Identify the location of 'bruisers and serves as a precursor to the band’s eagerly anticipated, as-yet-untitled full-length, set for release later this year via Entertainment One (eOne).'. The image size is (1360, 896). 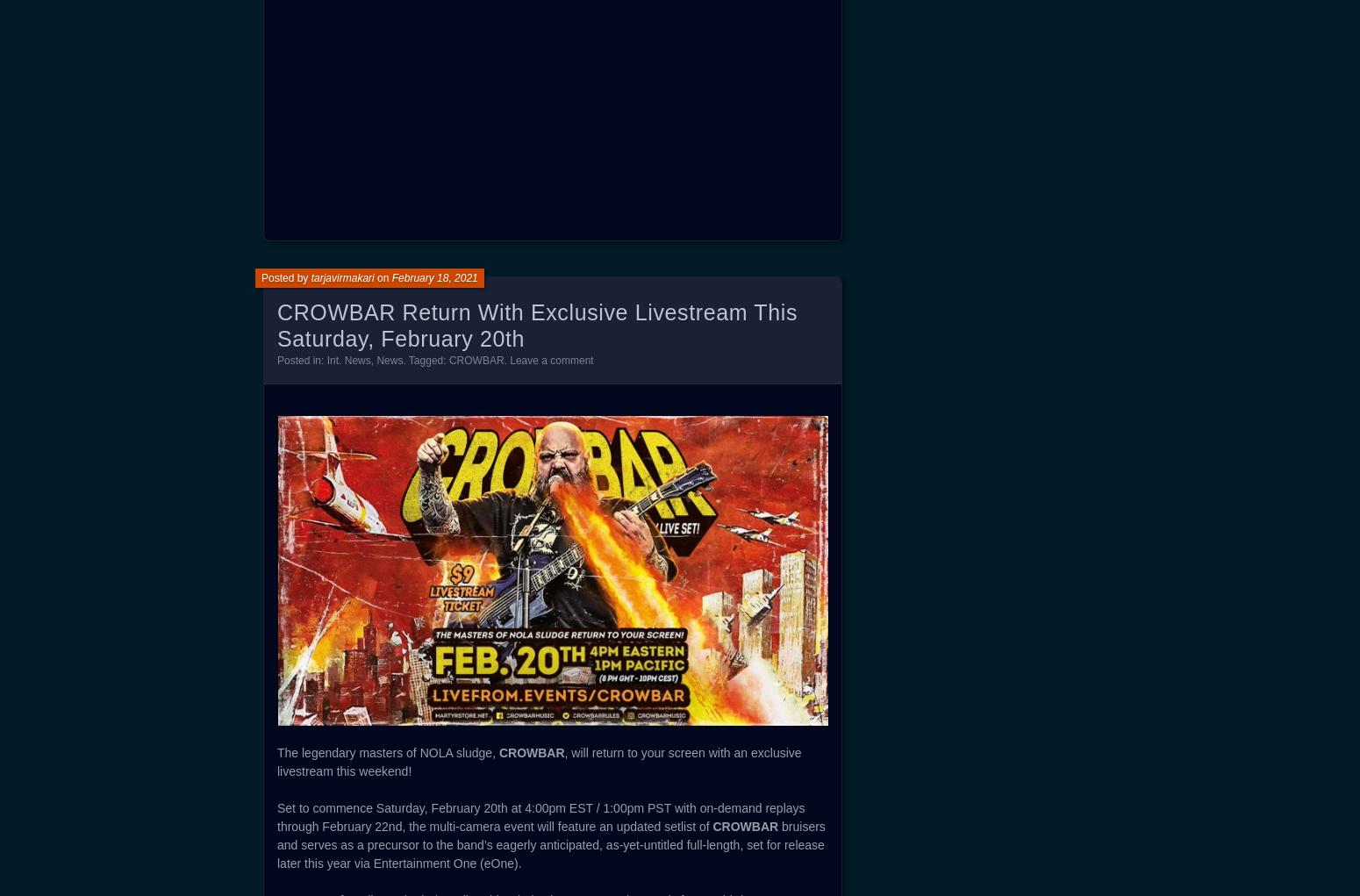
(550, 844).